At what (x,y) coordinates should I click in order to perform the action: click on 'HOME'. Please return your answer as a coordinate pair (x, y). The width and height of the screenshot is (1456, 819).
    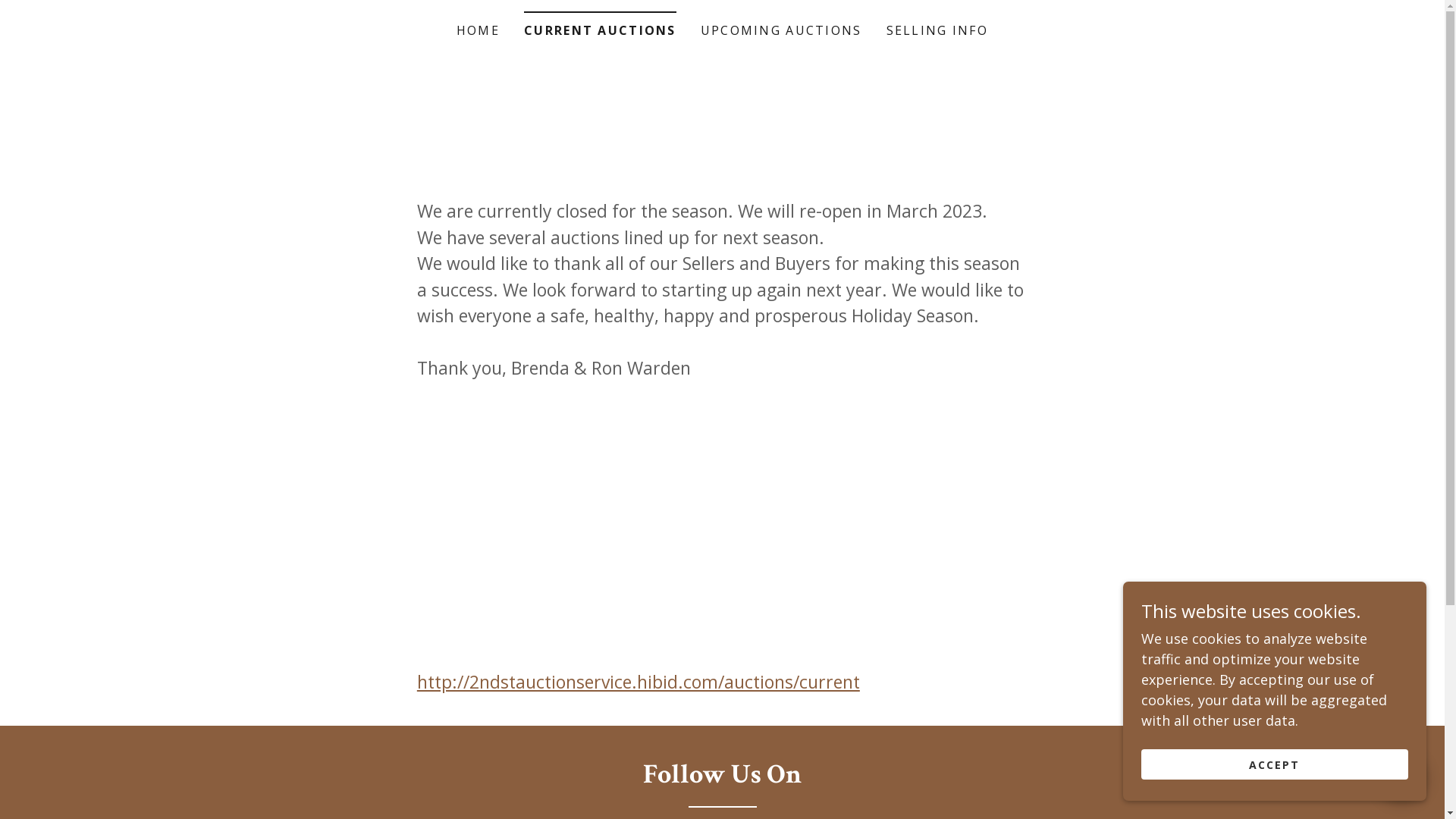
    Looking at the image, I should click on (477, 30).